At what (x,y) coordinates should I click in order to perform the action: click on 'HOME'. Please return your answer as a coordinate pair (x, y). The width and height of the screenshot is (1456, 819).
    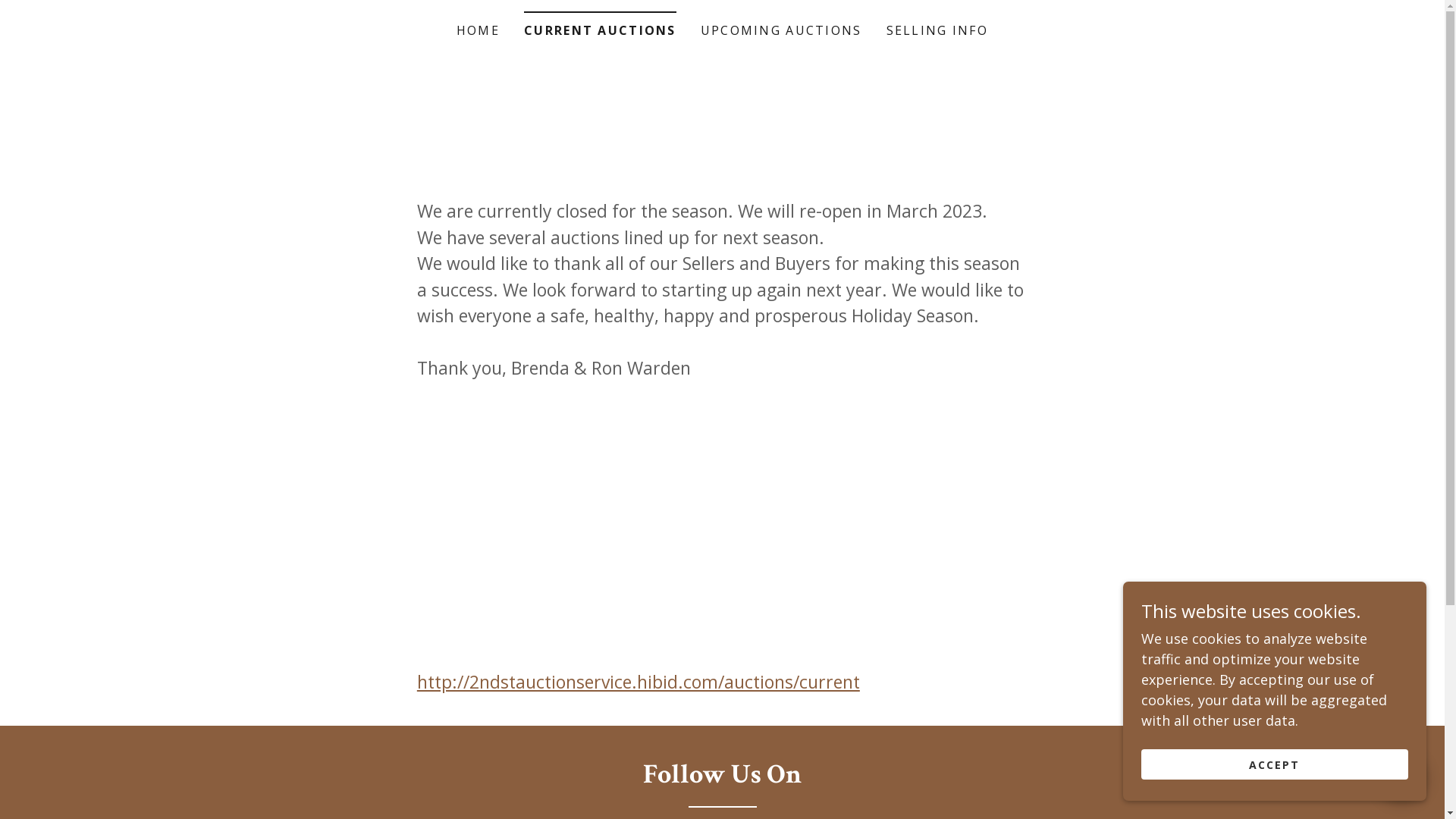
    Looking at the image, I should click on (477, 30).